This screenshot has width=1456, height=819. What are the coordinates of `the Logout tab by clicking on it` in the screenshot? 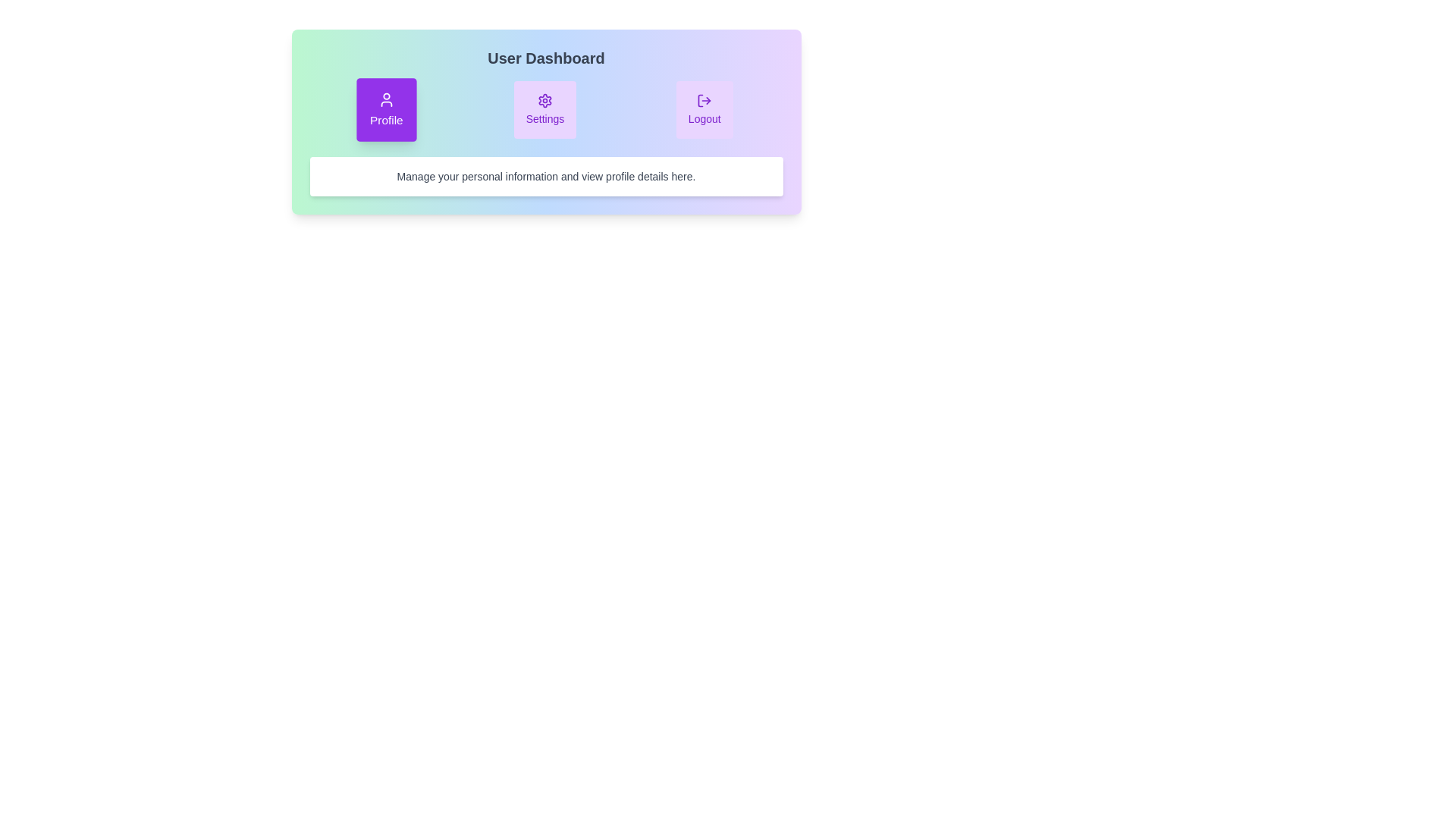 It's located at (704, 109).